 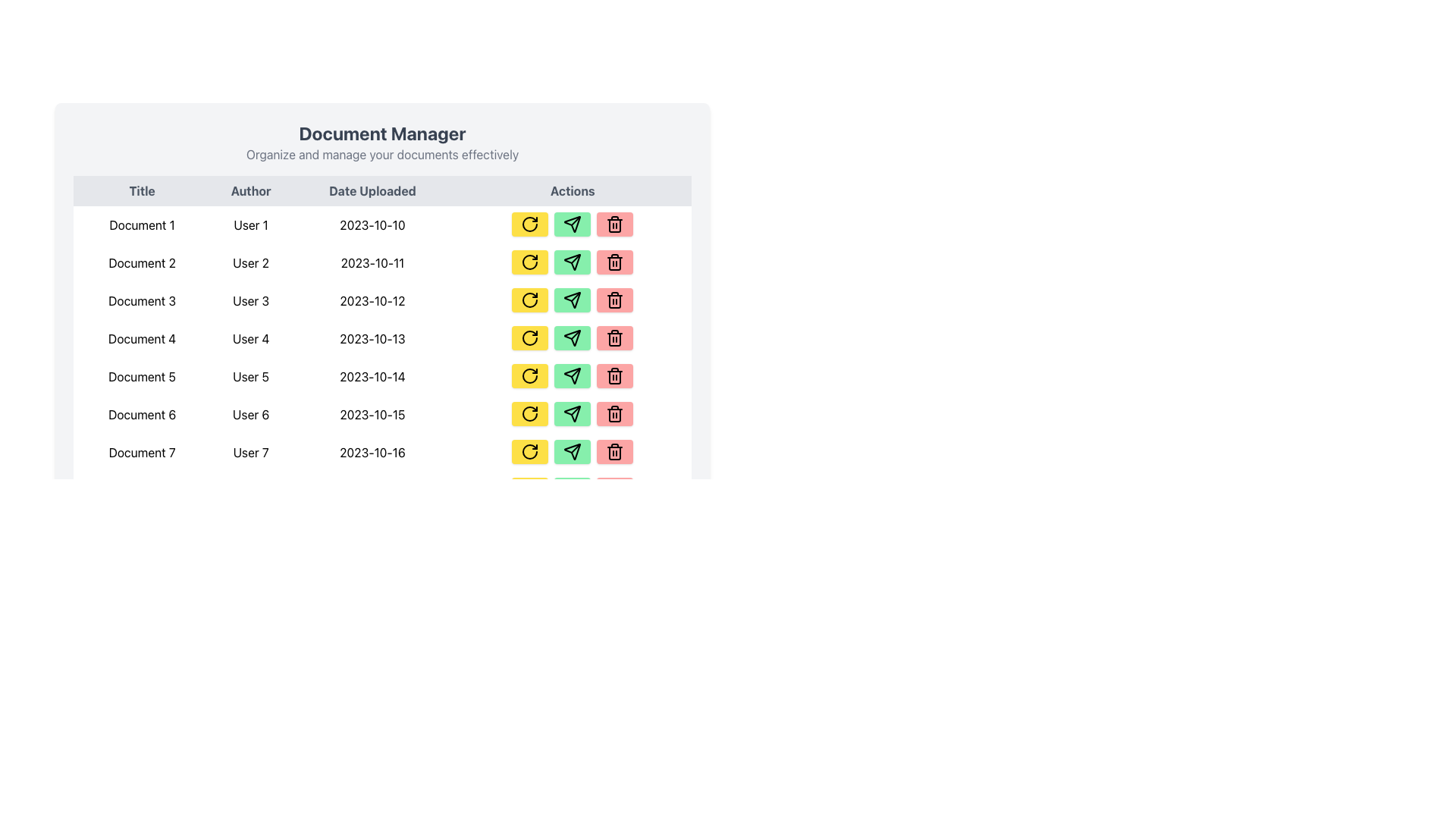 I want to click on the 'Refresh' icon located within the yellow background button in the 'Actions' column for the fourth row corresponding to 'Document 4.', so click(x=530, y=337).